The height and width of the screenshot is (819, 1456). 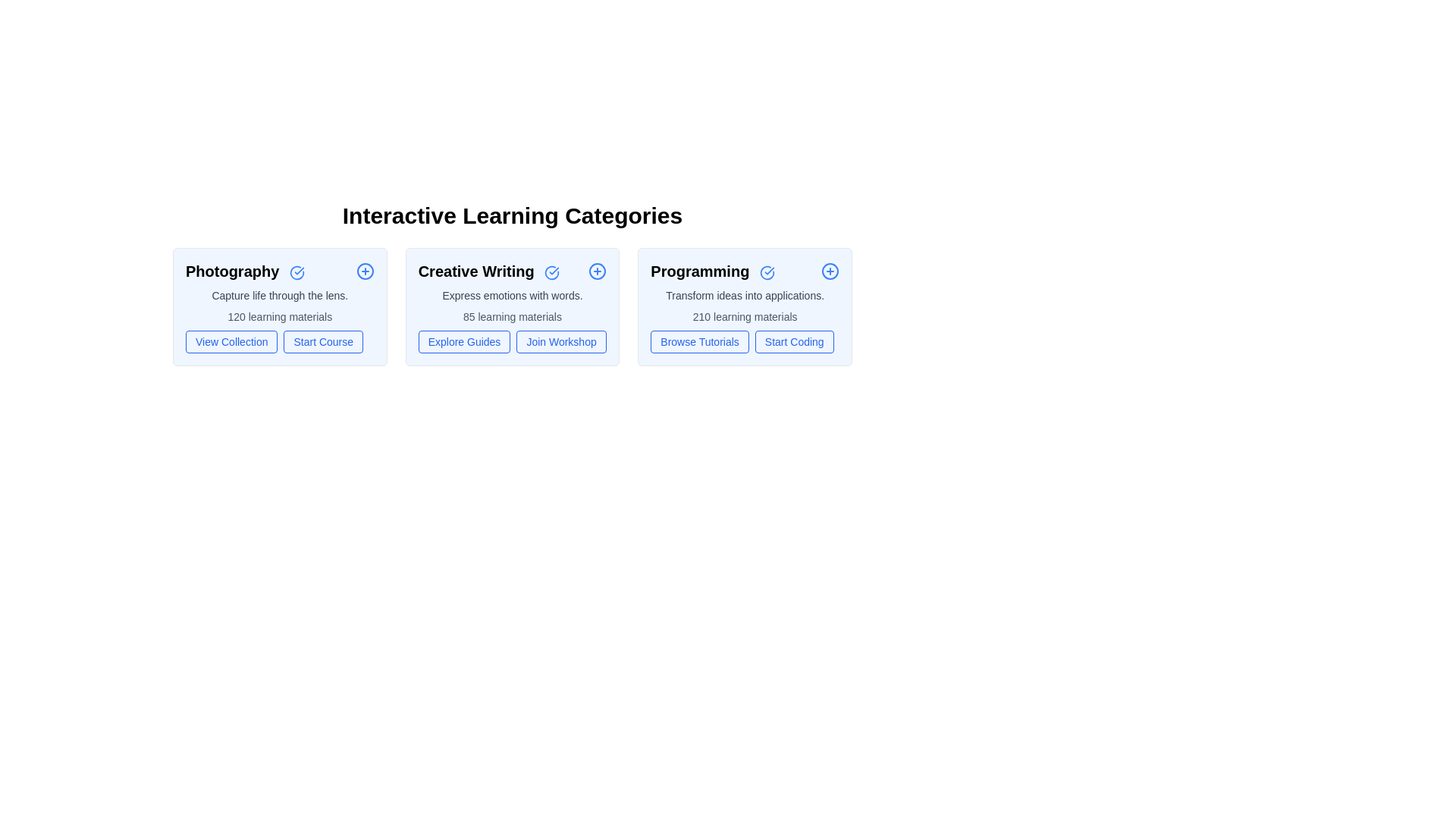 What do you see at coordinates (297, 271) in the screenshot?
I see `the 'CheckCircle' icon in the 'Photography' category to observe the hover effect` at bounding box center [297, 271].